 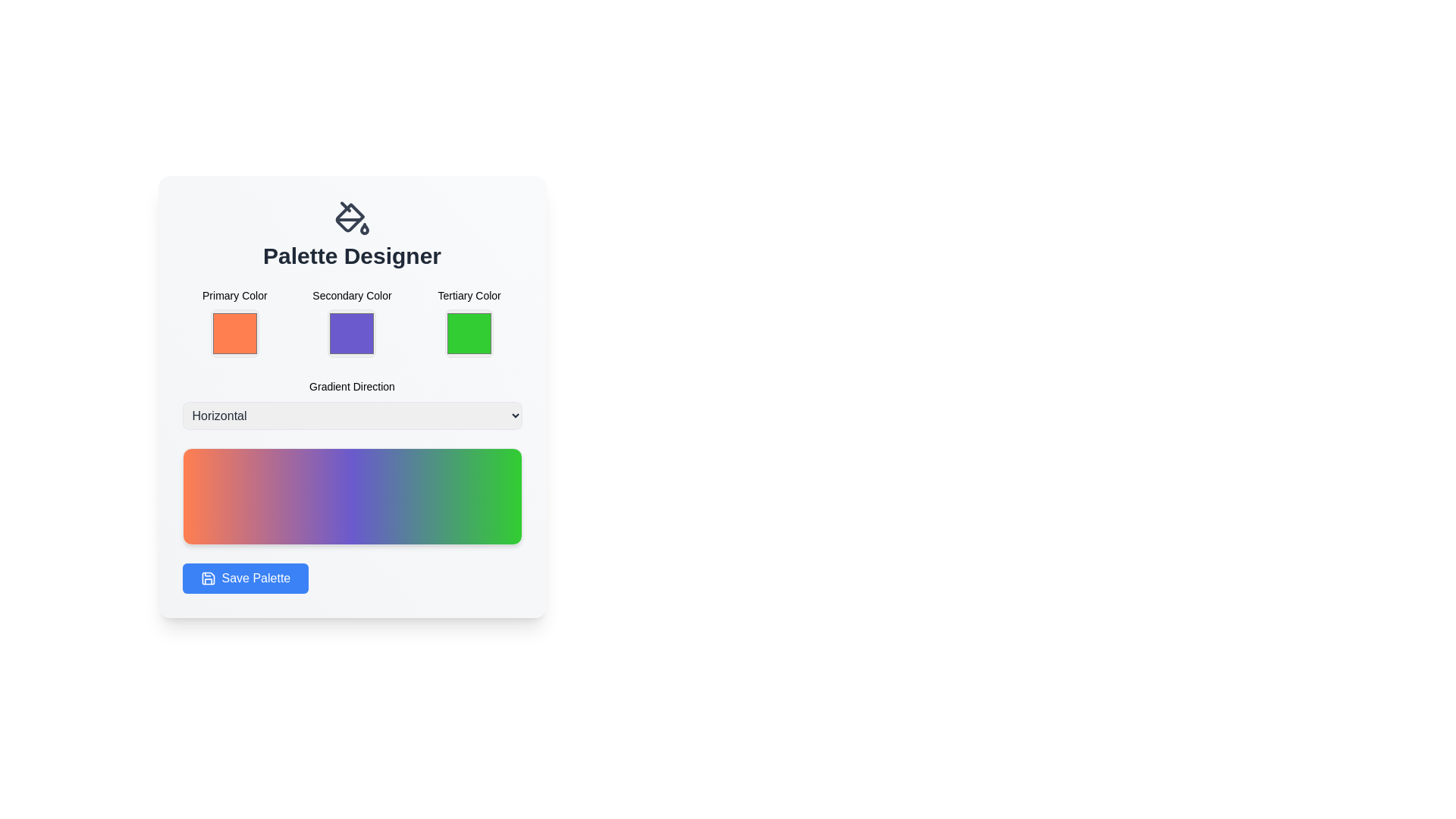 I want to click on the 'Gradient Direction' dropdown menu, so click(x=351, y=403).